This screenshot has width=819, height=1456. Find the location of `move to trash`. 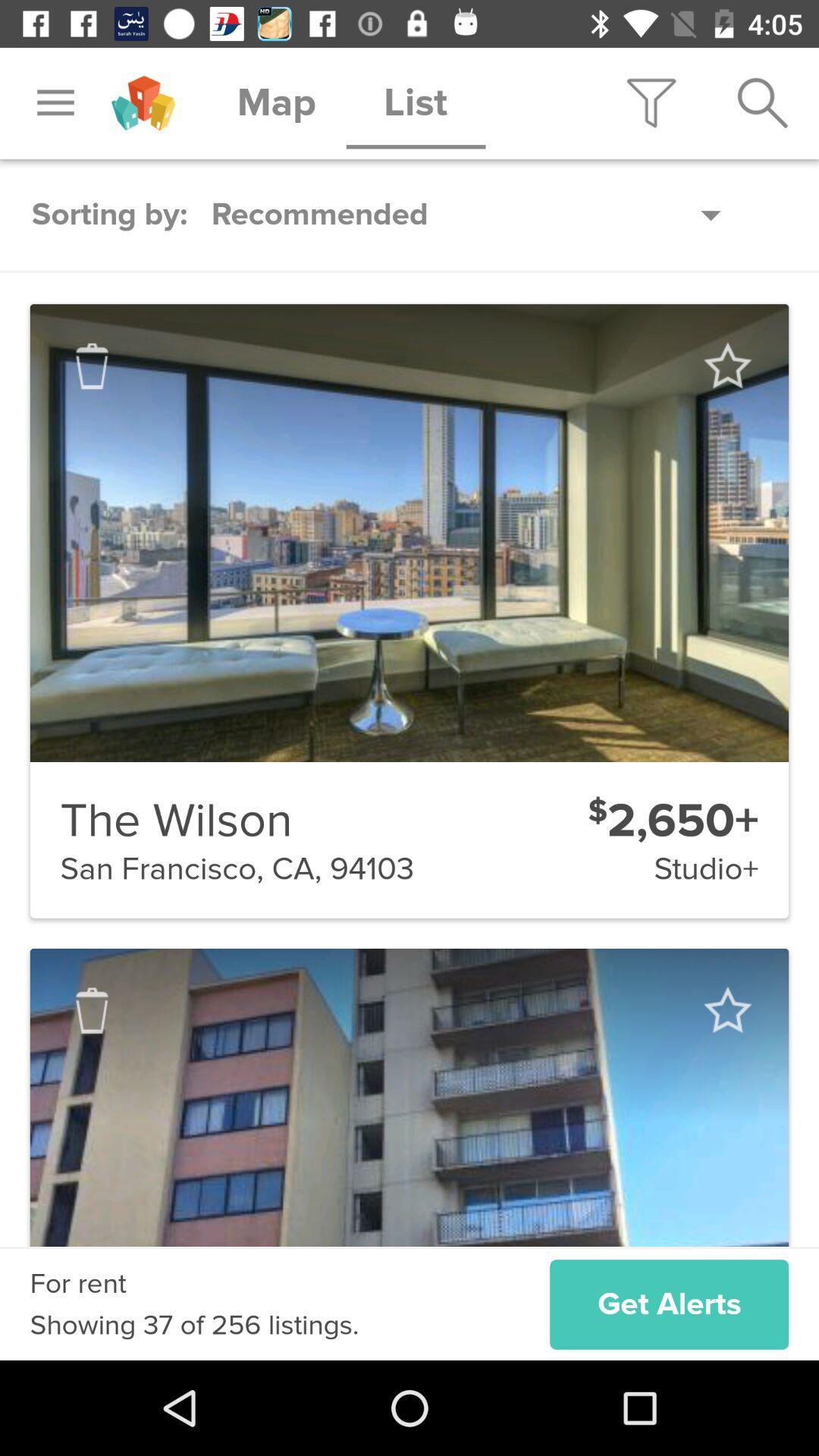

move to trash is located at coordinates (92, 1010).